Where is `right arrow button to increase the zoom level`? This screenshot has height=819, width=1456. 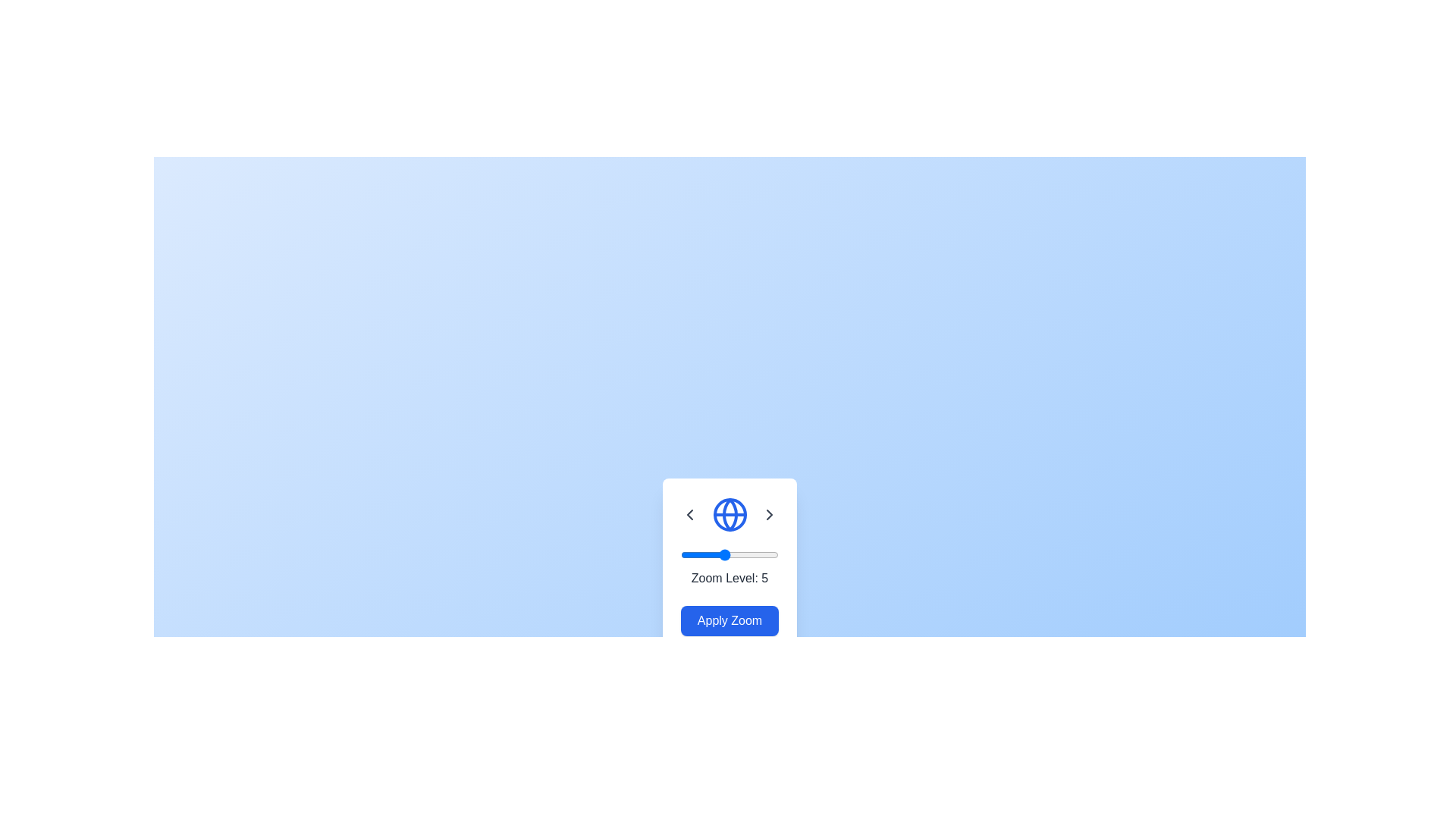 right arrow button to increase the zoom level is located at coordinates (769, 513).